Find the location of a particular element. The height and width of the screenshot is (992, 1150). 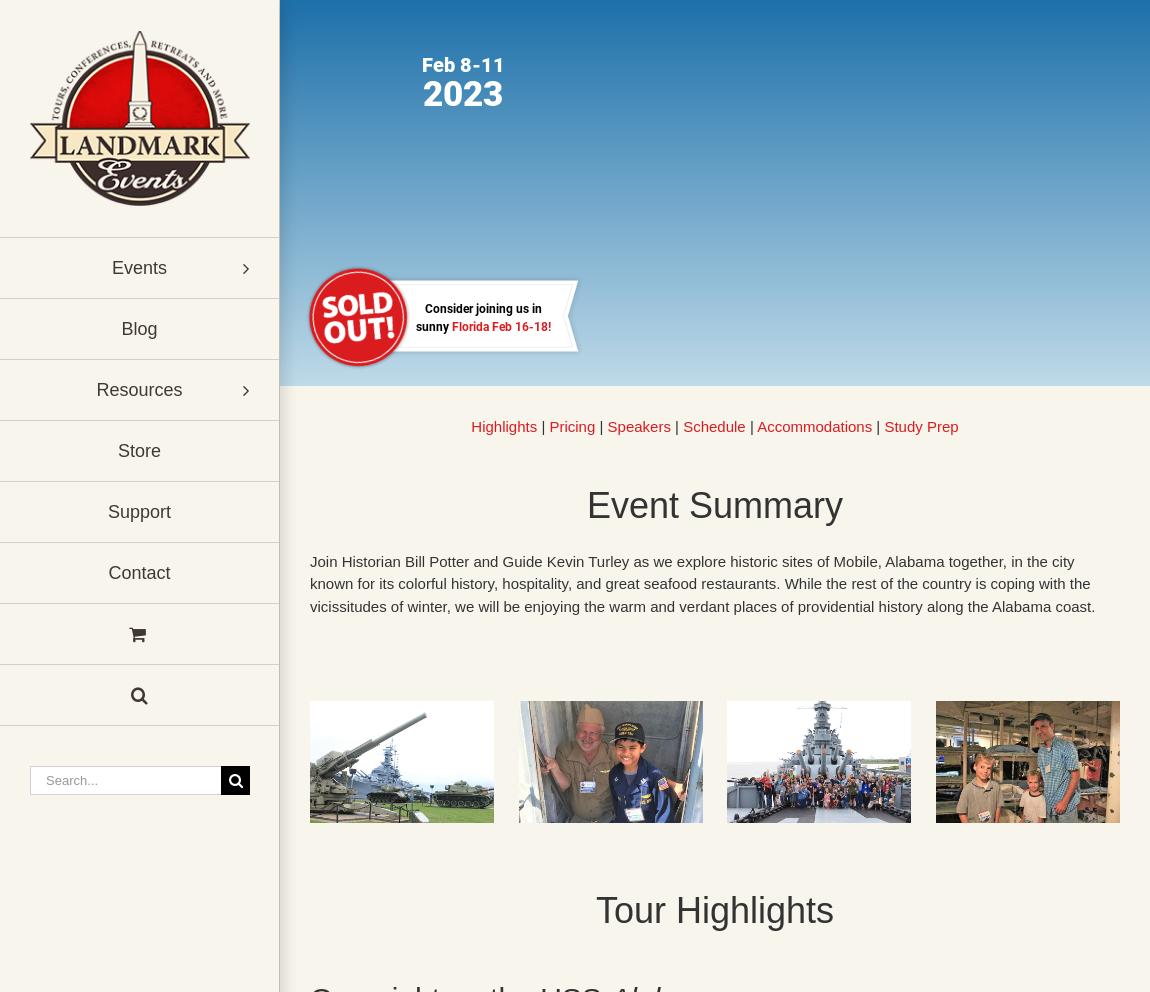

'Accommodations' is located at coordinates (756, 425).